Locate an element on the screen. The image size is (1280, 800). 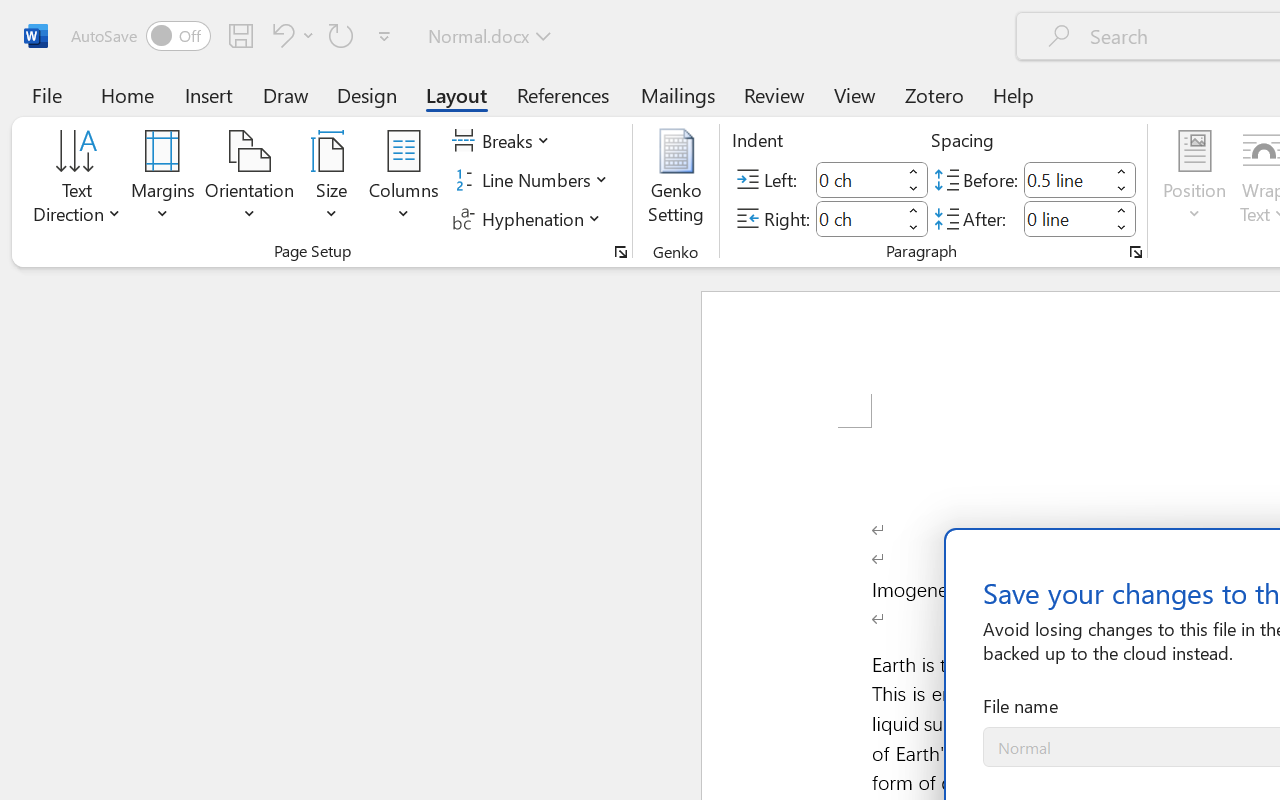
'Line Numbers' is located at coordinates (533, 179).